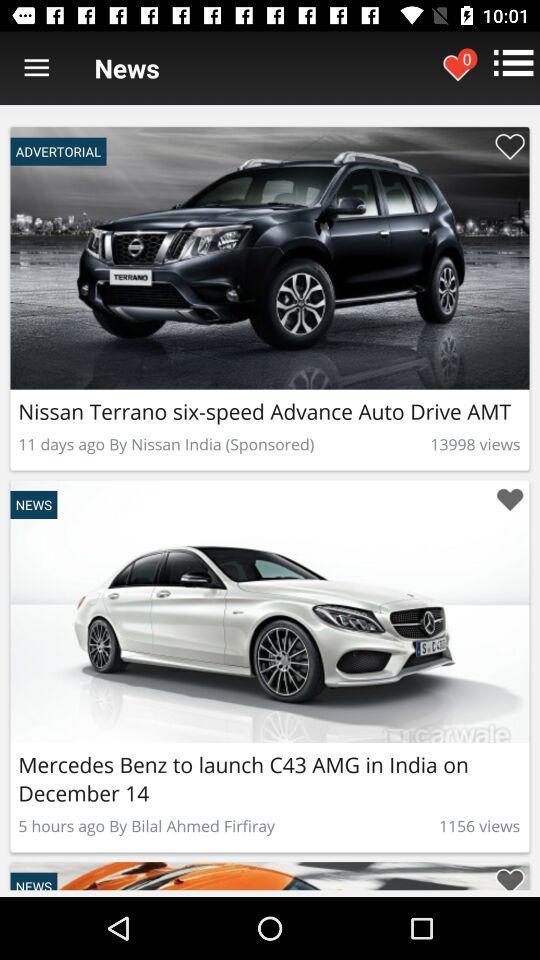 The image size is (540, 960). Describe the element at coordinates (509, 875) in the screenshot. I see `favorites the advertorial` at that location.